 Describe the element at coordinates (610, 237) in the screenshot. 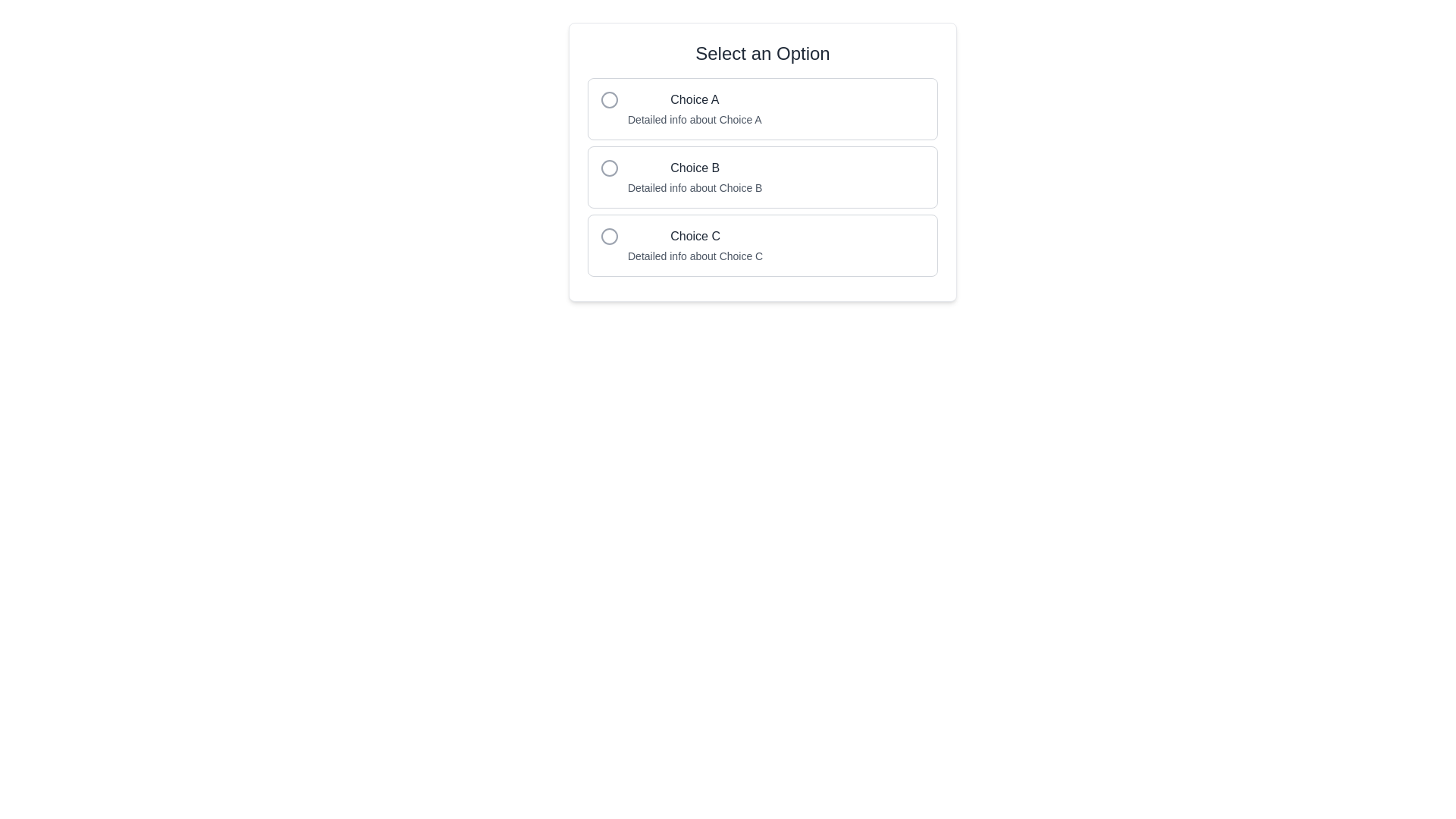

I see `the radio button for 'Choice C'` at that location.